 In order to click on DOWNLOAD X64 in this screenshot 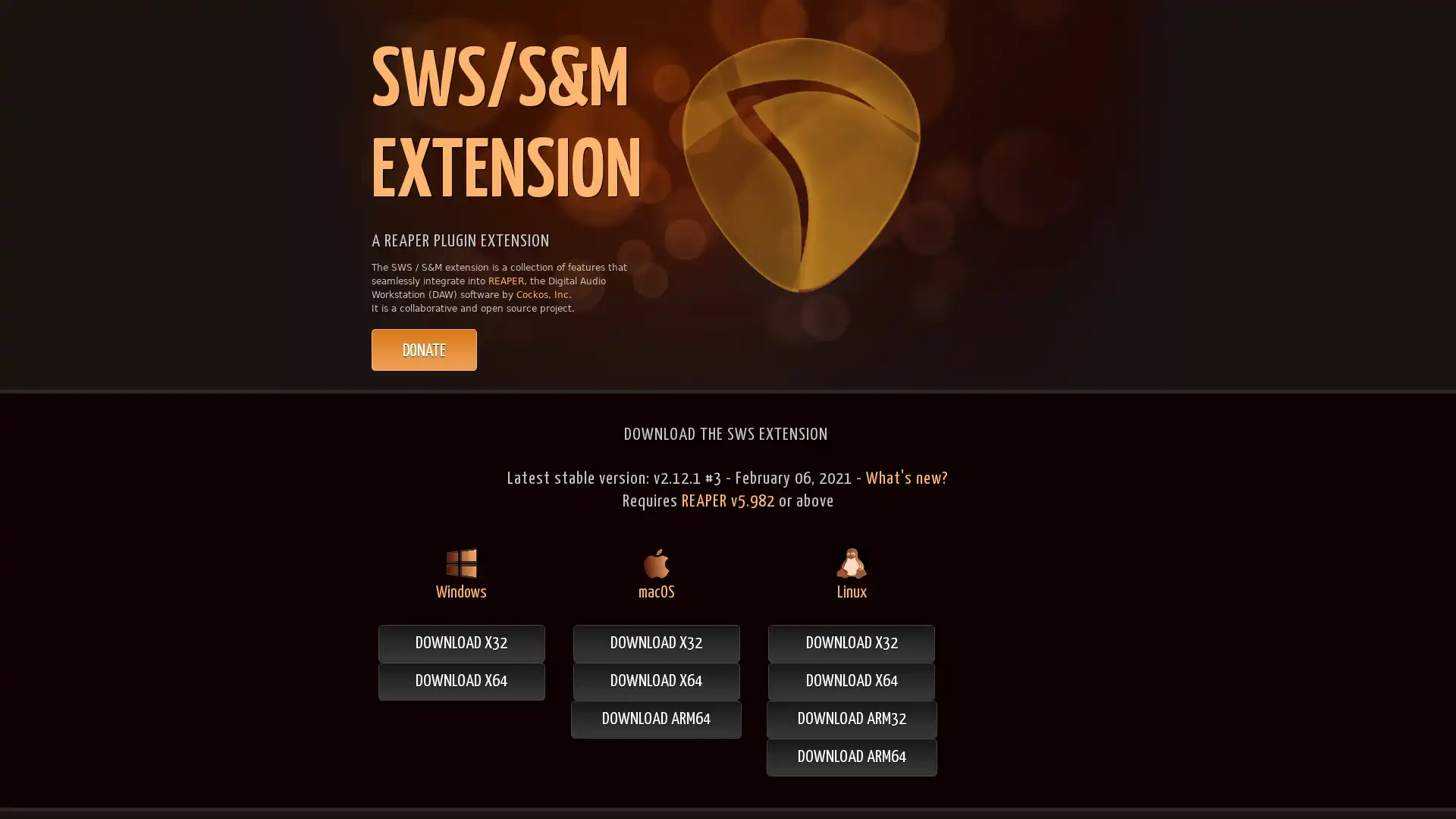, I will do `click(728, 680)`.